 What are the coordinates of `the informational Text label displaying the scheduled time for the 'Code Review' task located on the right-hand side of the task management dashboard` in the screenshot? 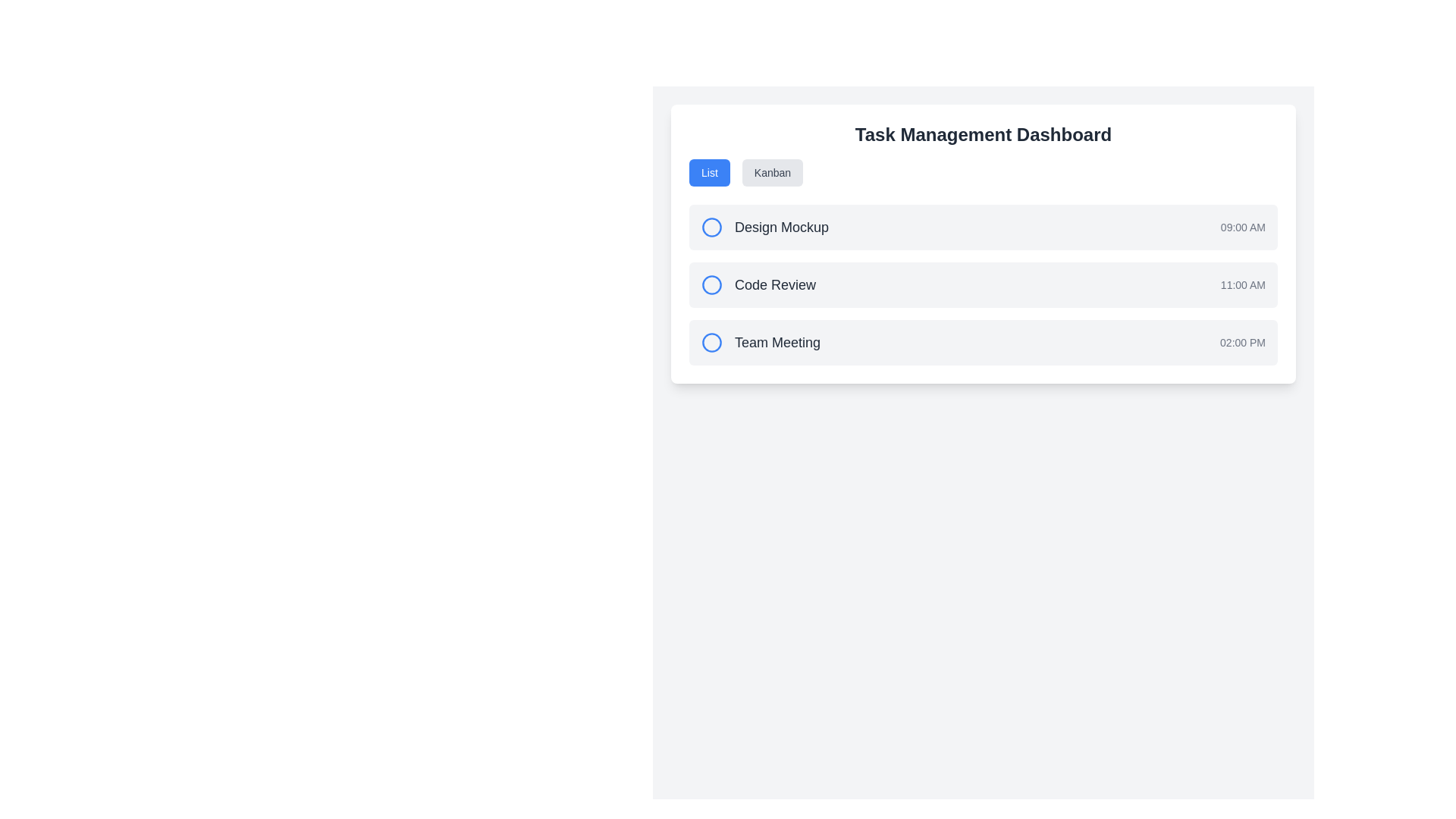 It's located at (1243, 284).